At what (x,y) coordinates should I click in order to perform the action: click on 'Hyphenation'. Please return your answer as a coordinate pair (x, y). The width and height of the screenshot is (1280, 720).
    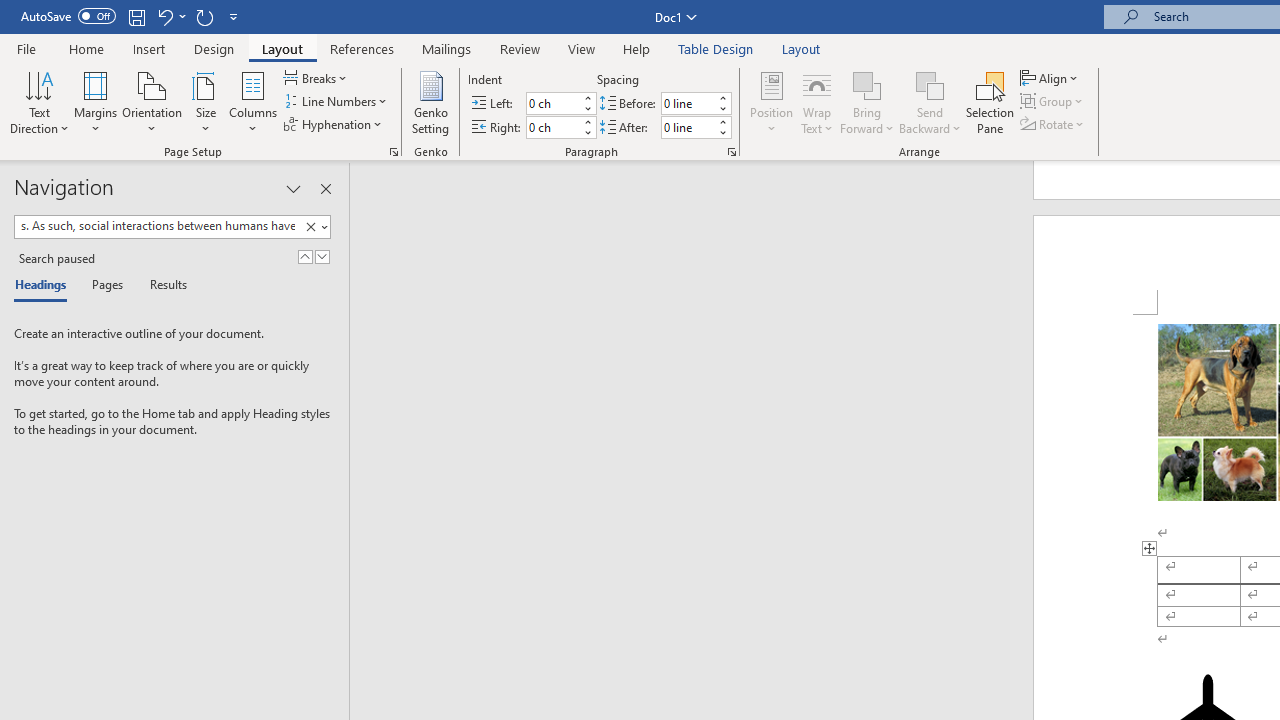
    Looking at the image, I should click on (334, 124).